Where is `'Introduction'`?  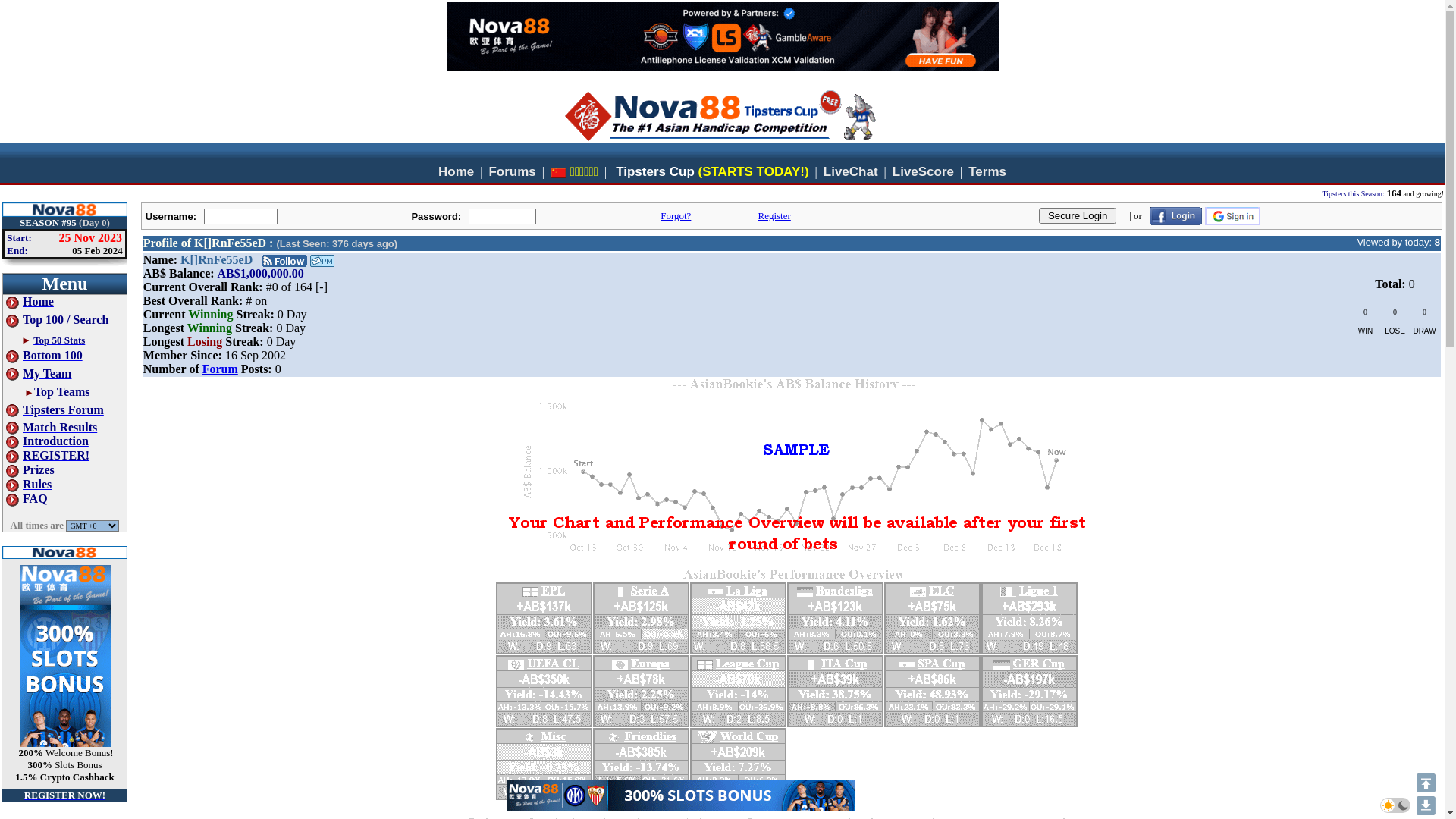 'Introduction' is located at coordinates (6, 441).